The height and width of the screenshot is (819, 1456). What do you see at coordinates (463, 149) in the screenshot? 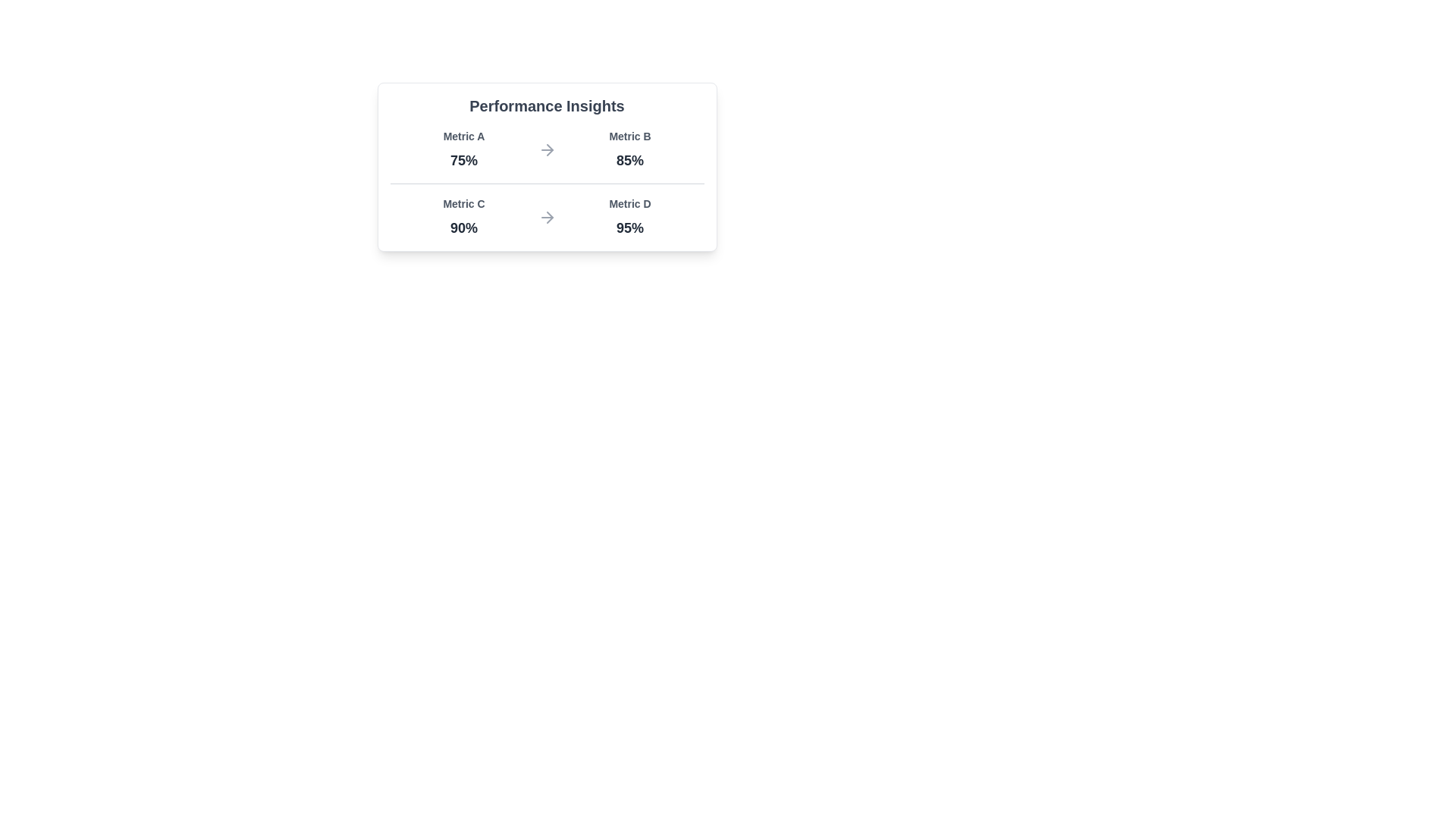
I see `the Data Display element labeled 'Metric A' which shows the value '75%' in the upper left corner of the comparison grid` at bounding box center [463, 149].